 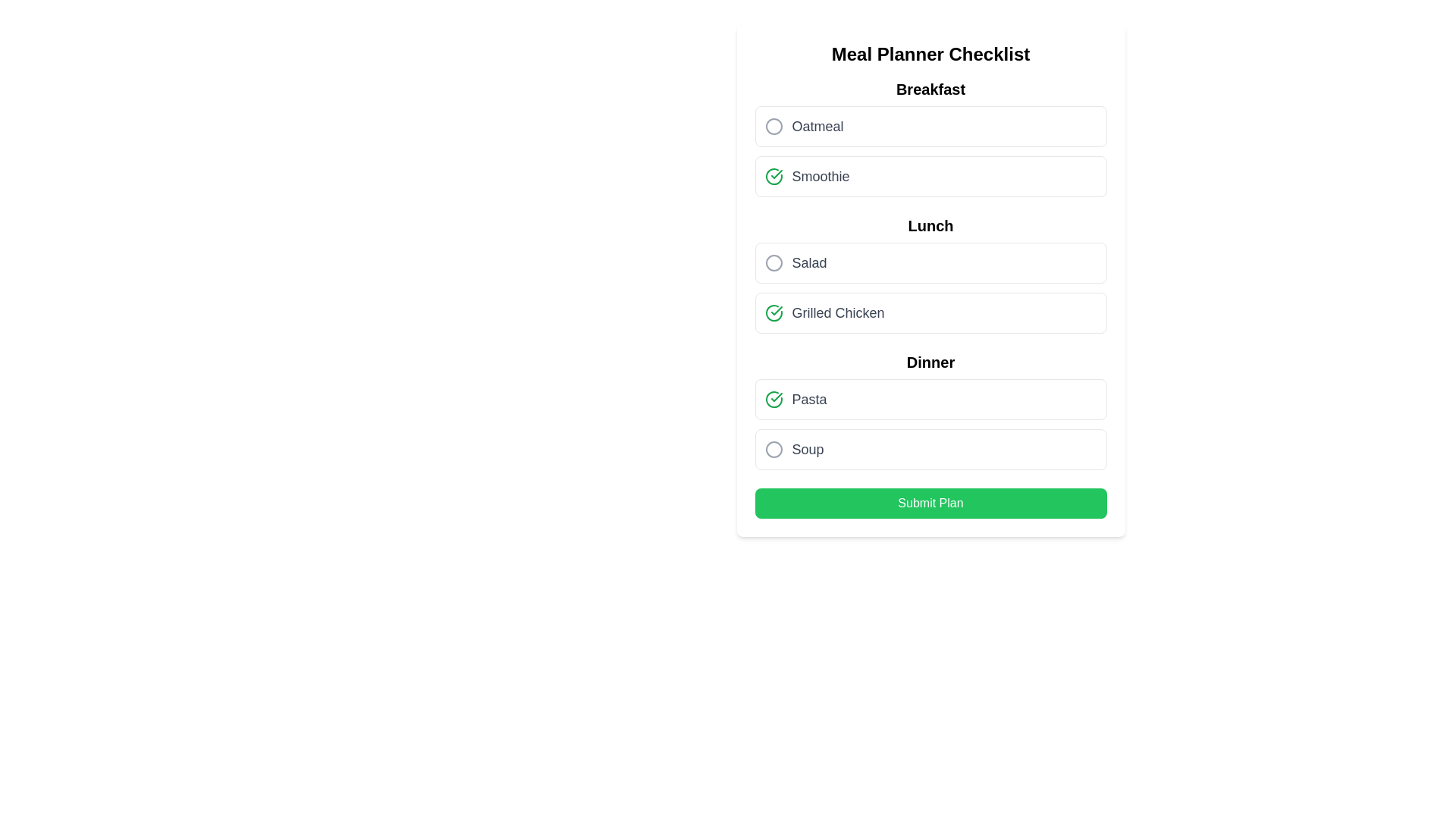 I want to click on text label heading that displays 'Breakfast', which is prominently styled in a large, bold font and serves as the first item under the 'Meal Planner Checklist', so click(x=930, y=89).